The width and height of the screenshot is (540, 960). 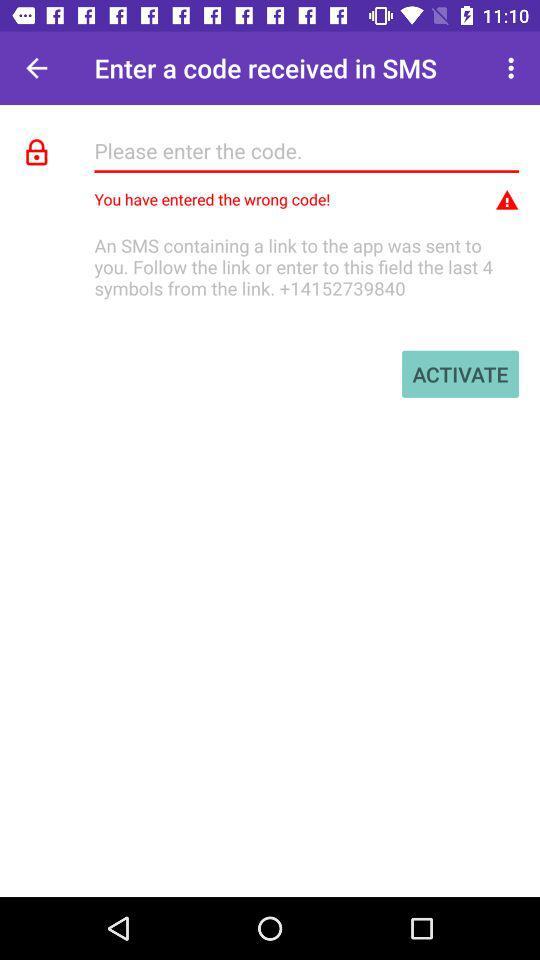 I want to click on code field, so click(x=306, y=149).